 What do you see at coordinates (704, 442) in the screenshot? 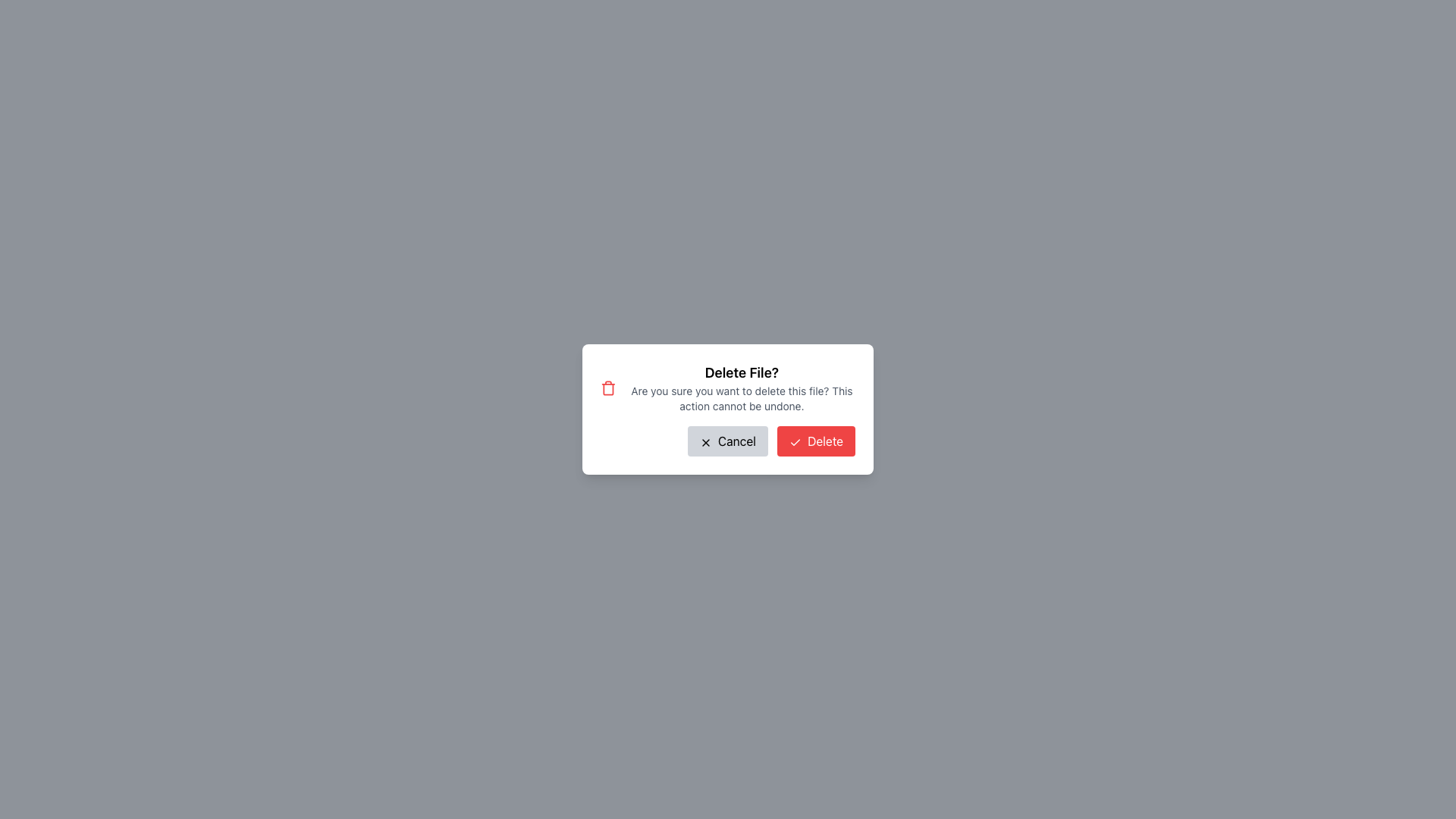
I see `the decorative icon located to the left of the 'Cancel' text in the Cancel button, which serves as a visual indicator for the 'Cancel' action` at bounding box center [704, 442].